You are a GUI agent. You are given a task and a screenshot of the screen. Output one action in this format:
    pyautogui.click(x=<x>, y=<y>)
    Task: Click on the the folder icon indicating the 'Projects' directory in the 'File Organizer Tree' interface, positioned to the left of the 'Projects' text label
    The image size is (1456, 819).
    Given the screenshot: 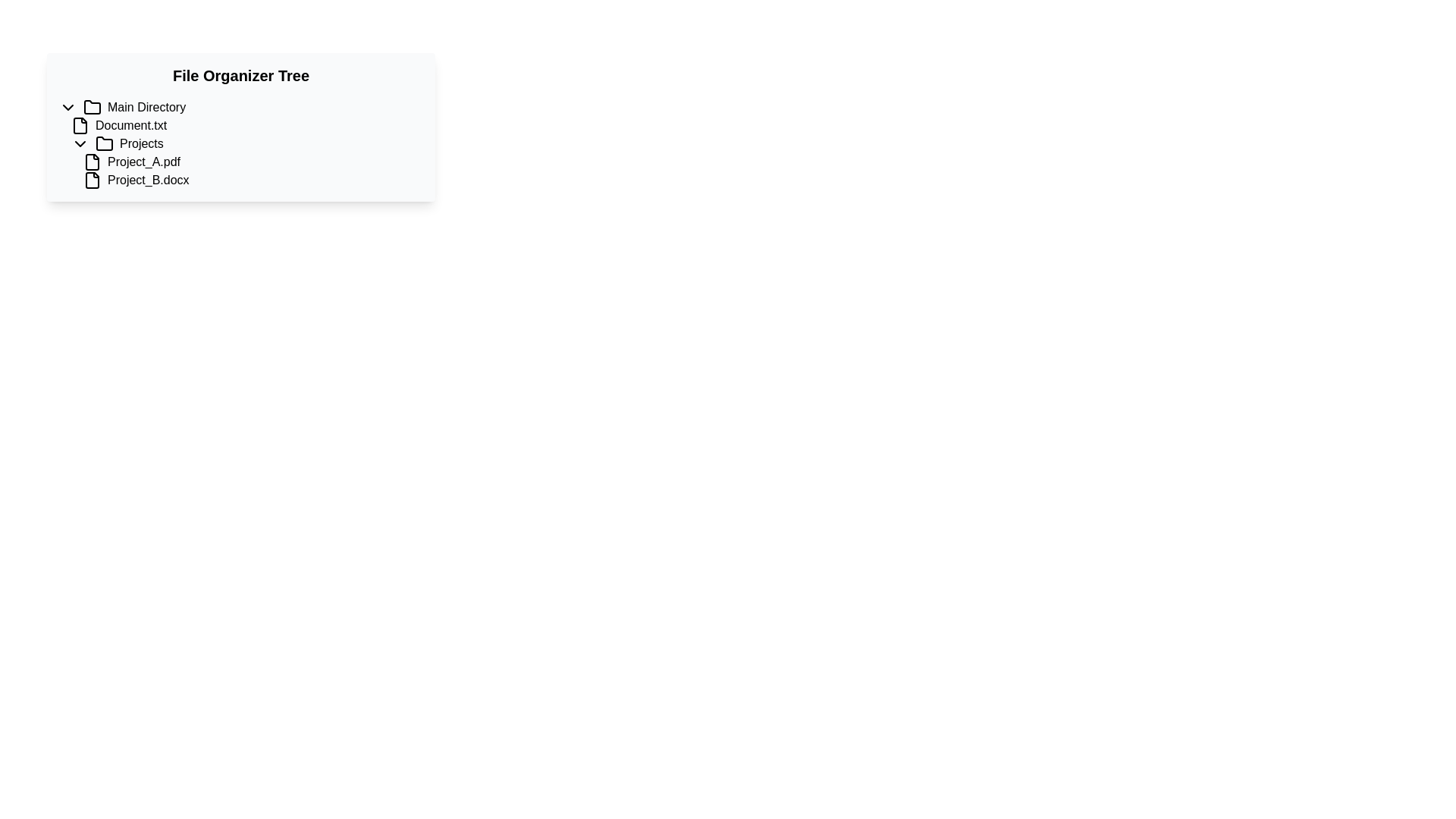 What is the action you would take?
    pyautogui.click(x=104, y=143)
    